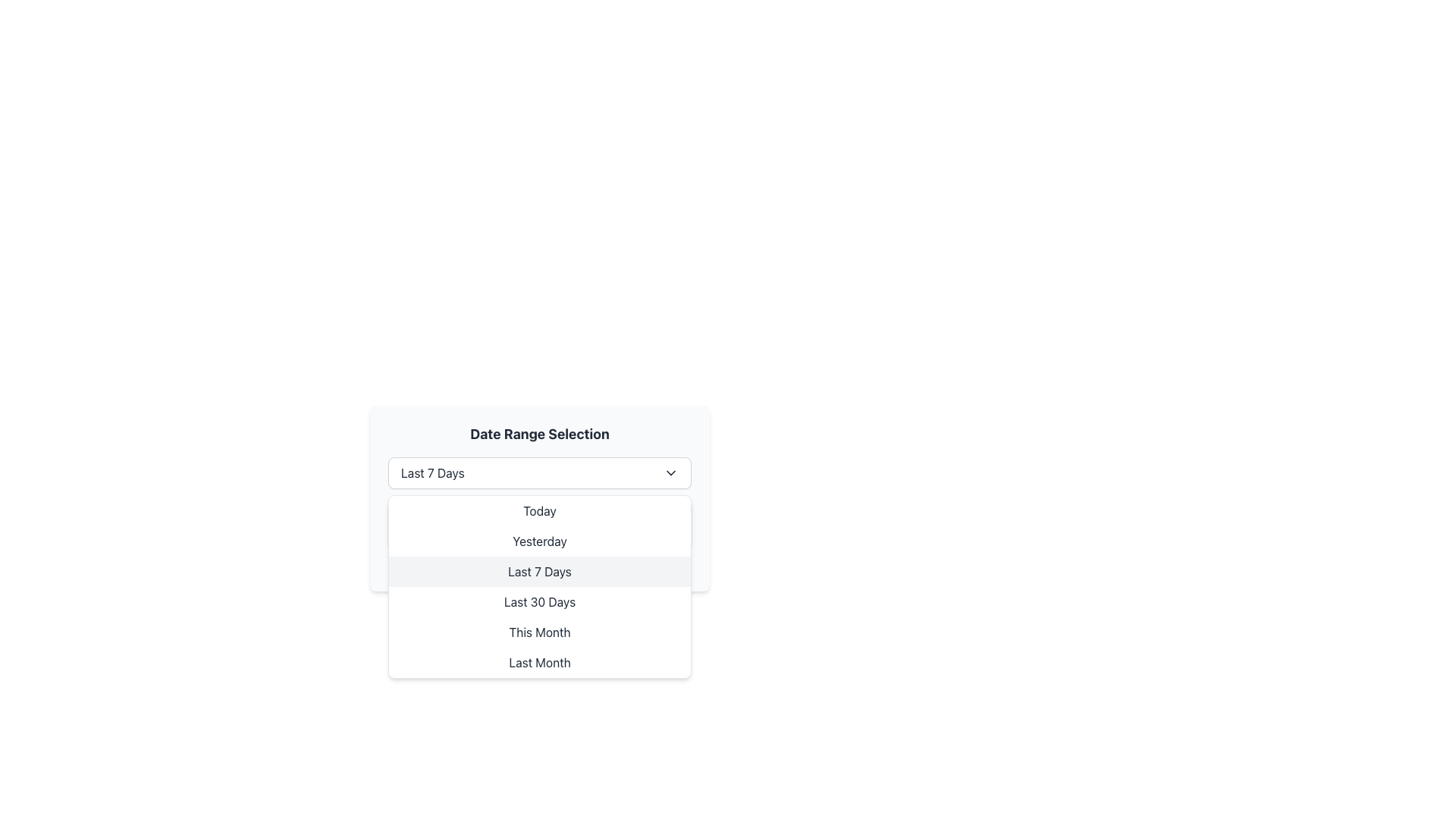 The height and width of the screenshot is (819, 1456). Describe the element at coordinates (539, 540) in the screenshot. I see `the list item displaying 'Yesterday'` at that location.